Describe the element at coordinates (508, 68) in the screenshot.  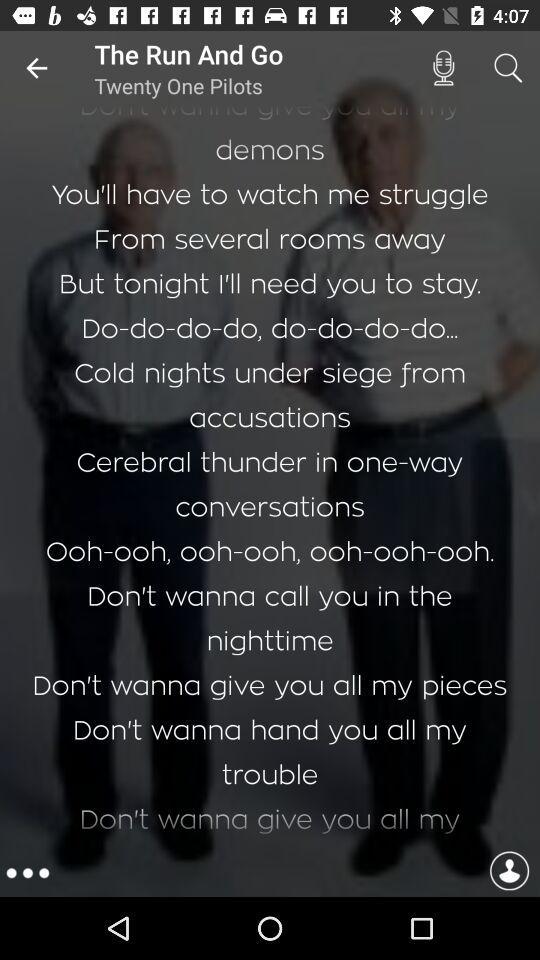
I see `icon above i can t item` at that location.